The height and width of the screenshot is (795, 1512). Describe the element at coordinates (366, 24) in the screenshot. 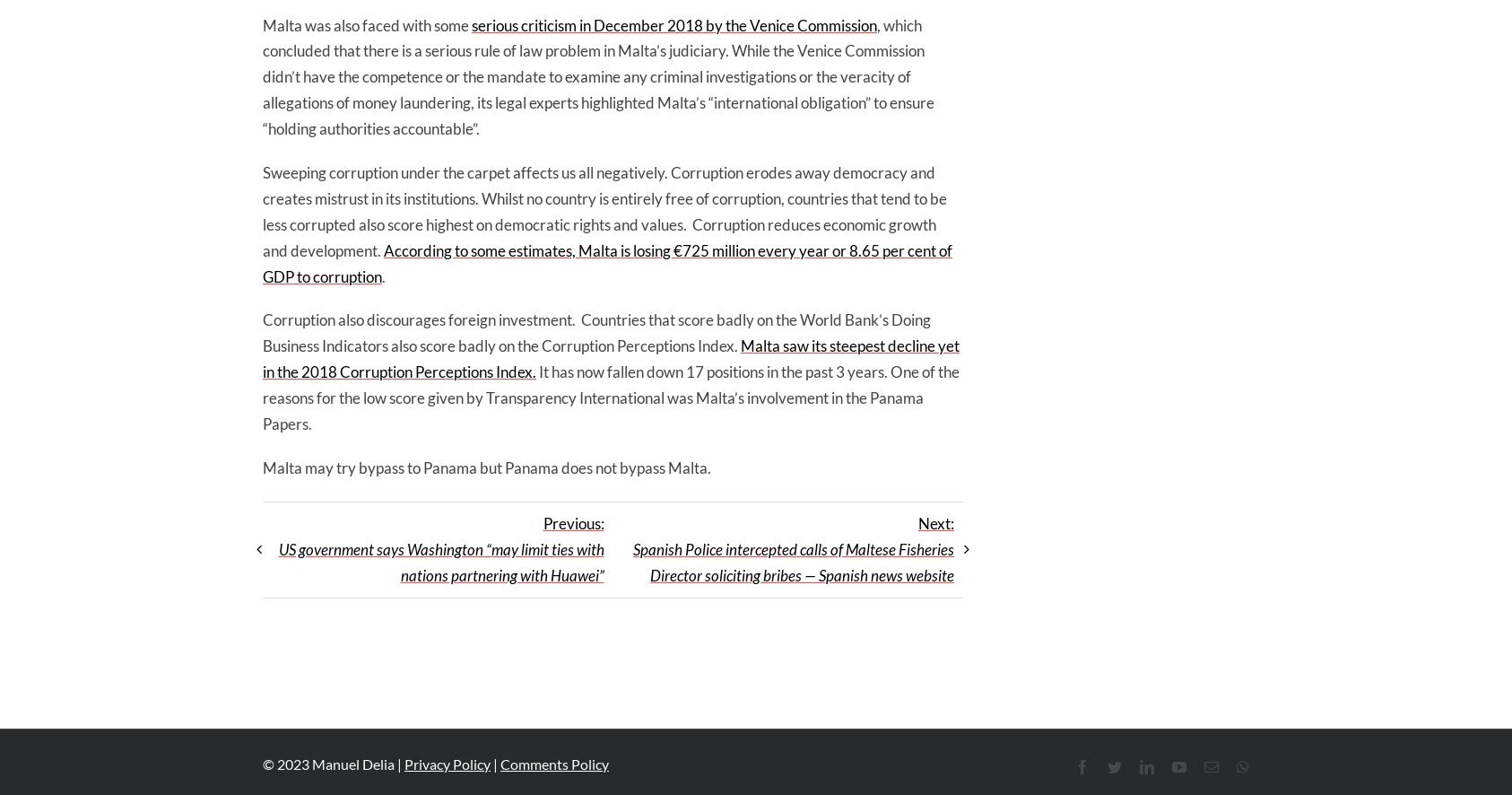

I see `'Malta was also faced with some'` at that location.